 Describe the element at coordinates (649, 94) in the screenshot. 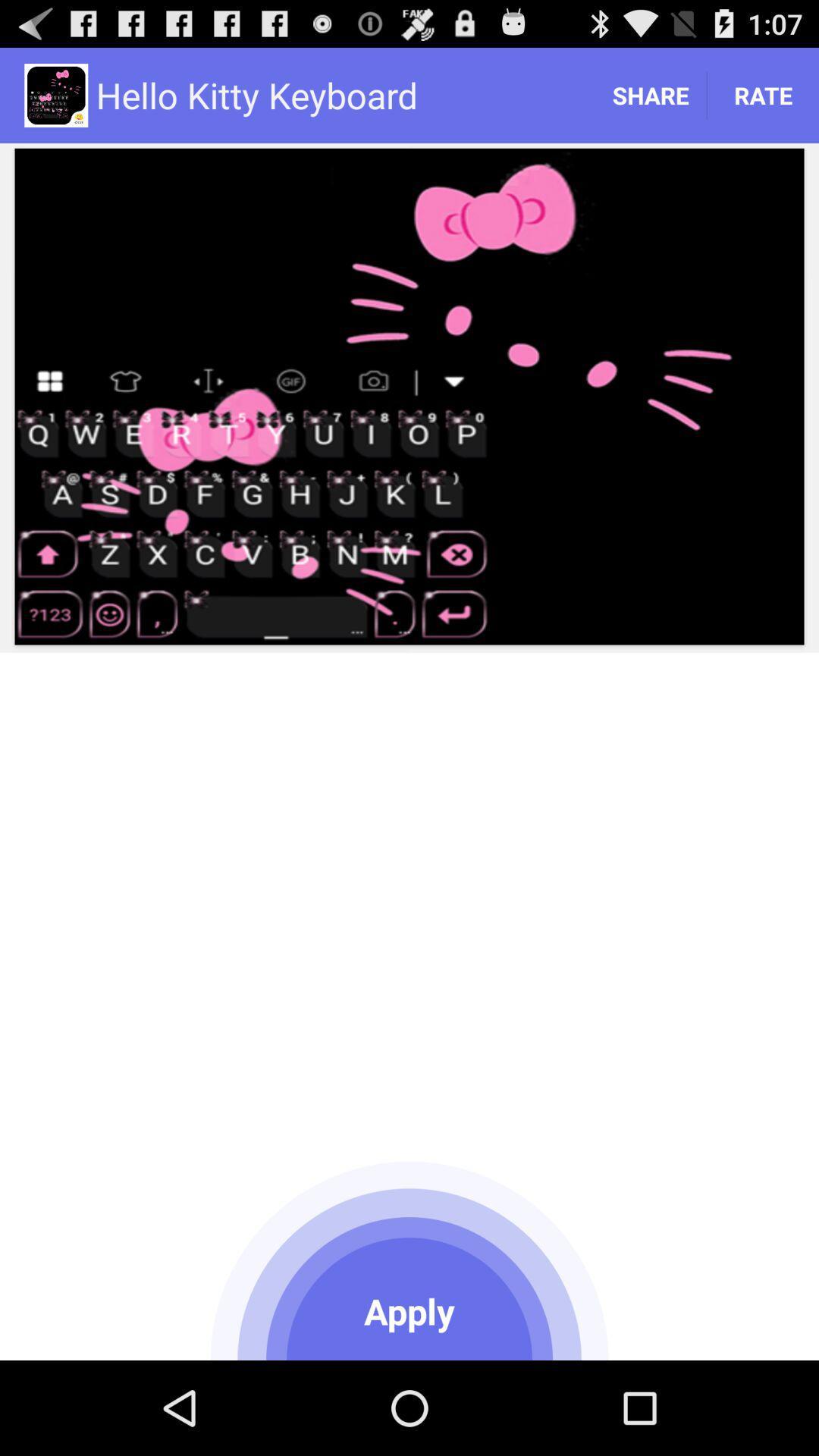

I see `icon next to the rate` at that location.